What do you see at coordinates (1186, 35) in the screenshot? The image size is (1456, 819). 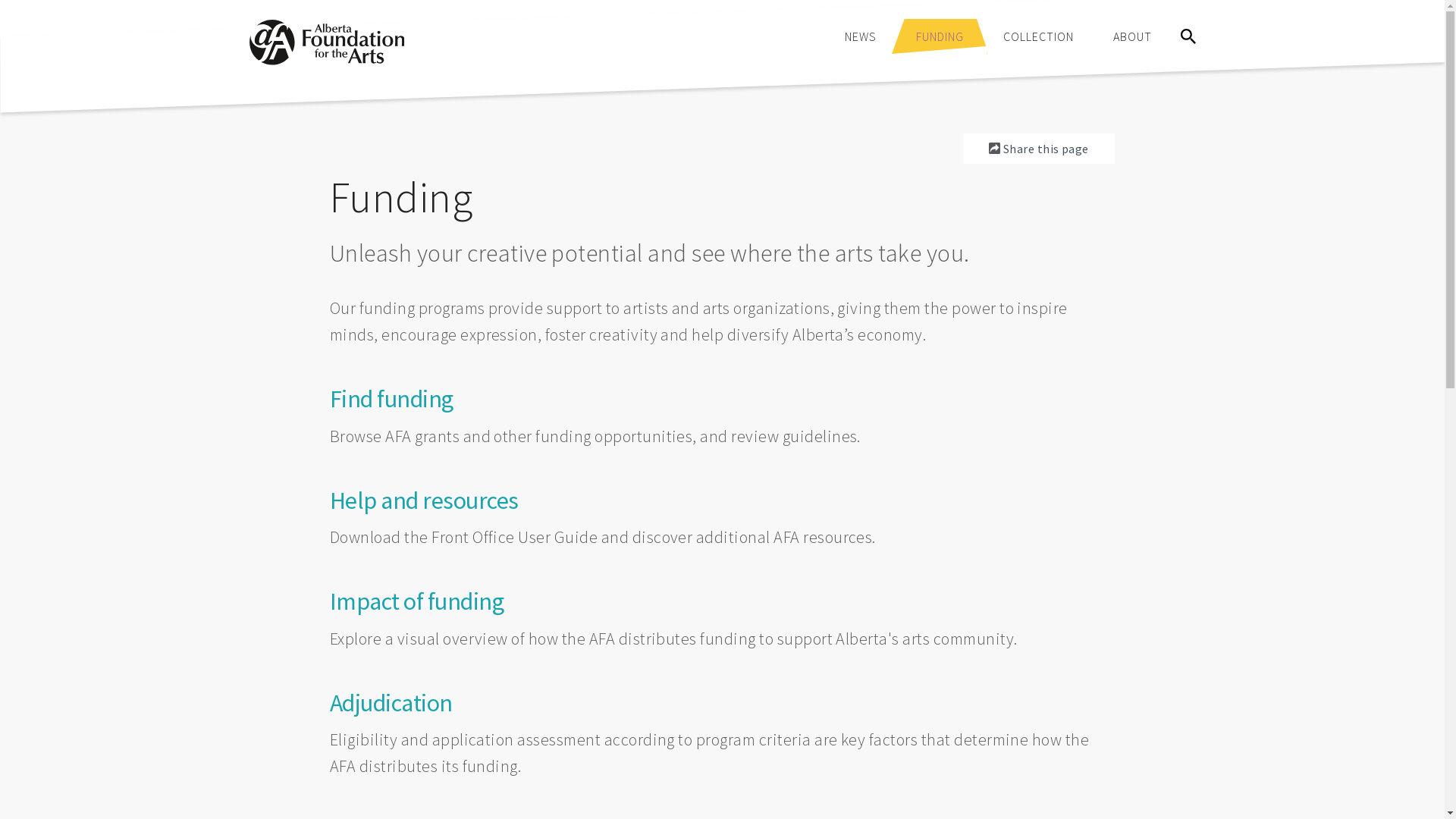 I see `'SEARCH'` at bounding box center [1186, 35].